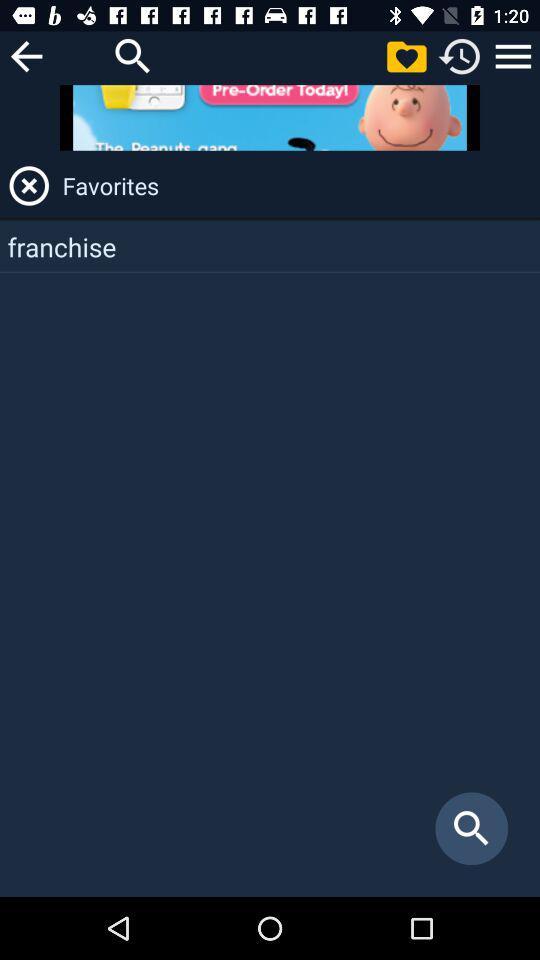 The height and width of the screenshot is (960, 540). What do you see at coordinates (25, 55) in the screenshot?
I see `the arrow_backward icon` at bounding box center [25, 55].